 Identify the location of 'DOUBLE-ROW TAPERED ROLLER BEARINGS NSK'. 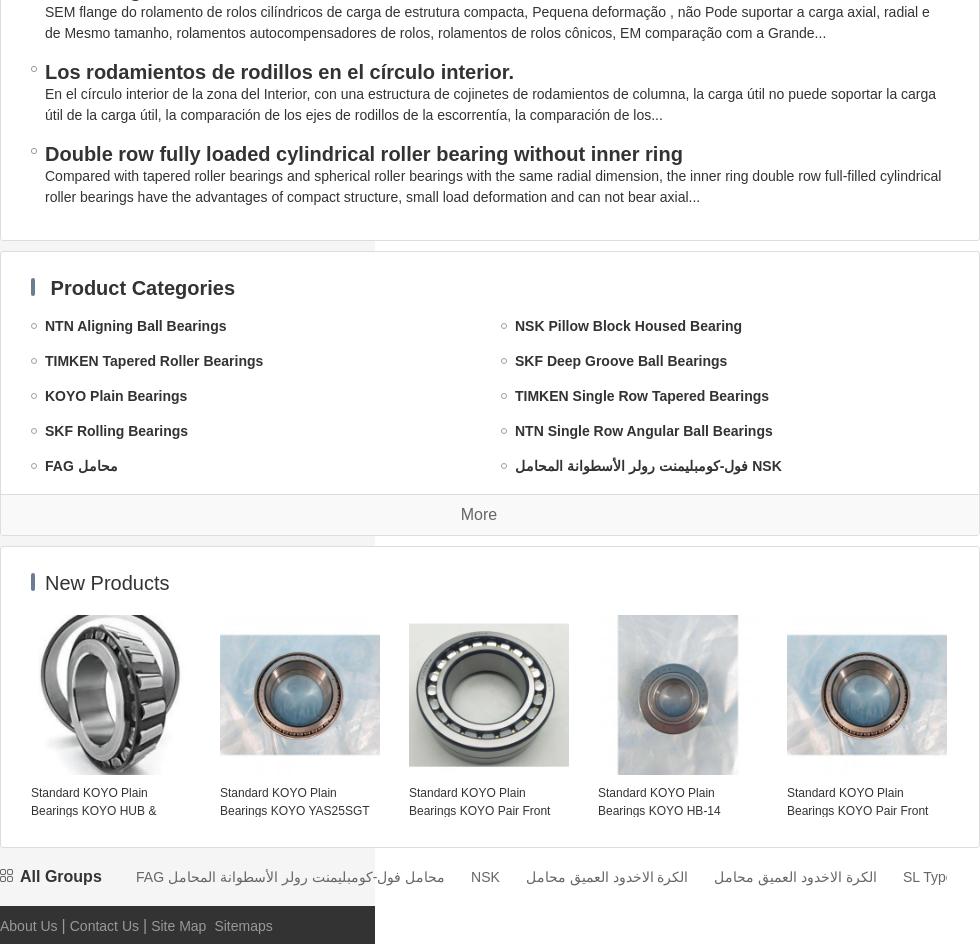
(685, 711).